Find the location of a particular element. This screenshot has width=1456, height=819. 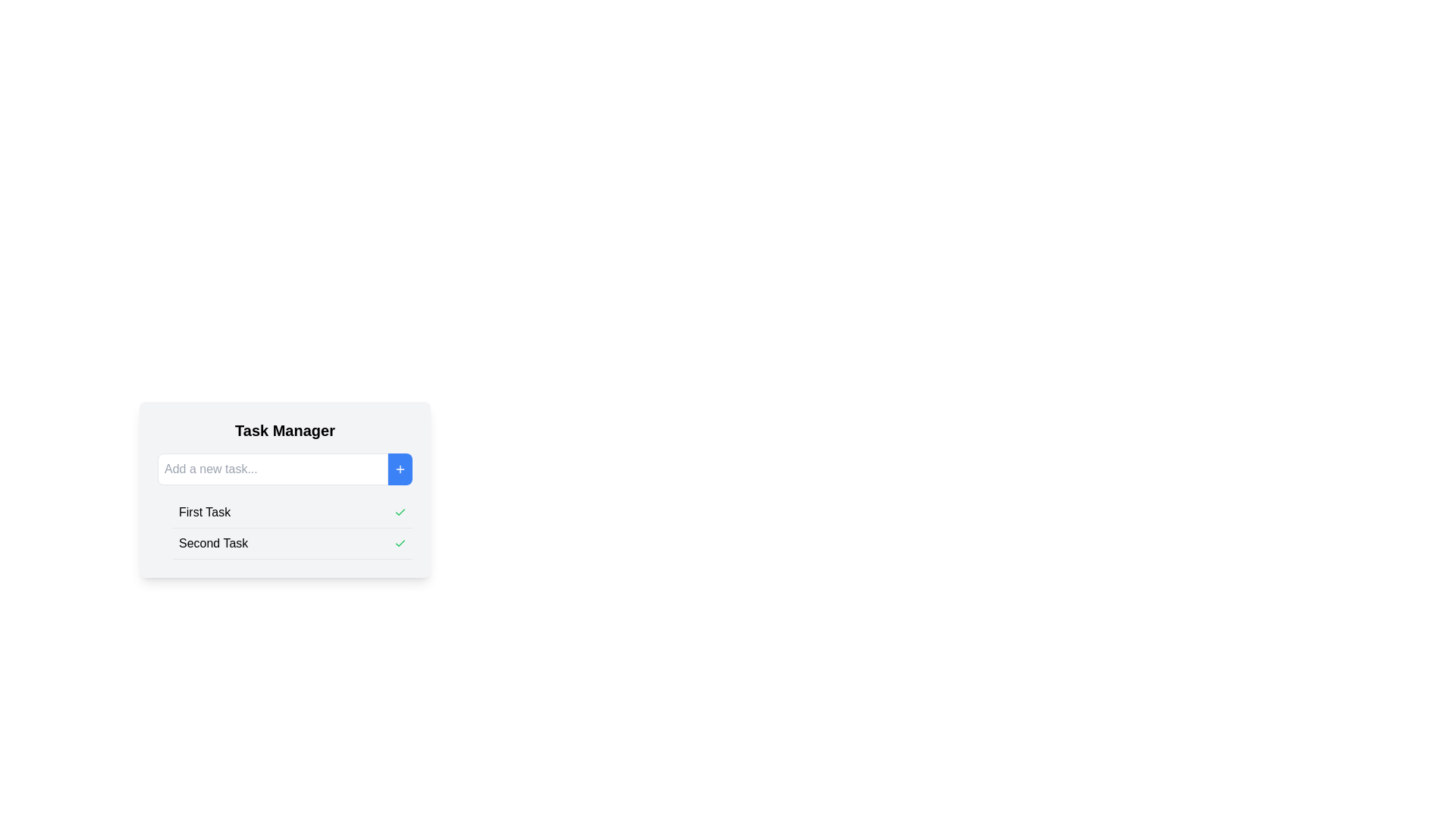

the blue rounded square button with a plus sign is located at coordinates (400, 468).